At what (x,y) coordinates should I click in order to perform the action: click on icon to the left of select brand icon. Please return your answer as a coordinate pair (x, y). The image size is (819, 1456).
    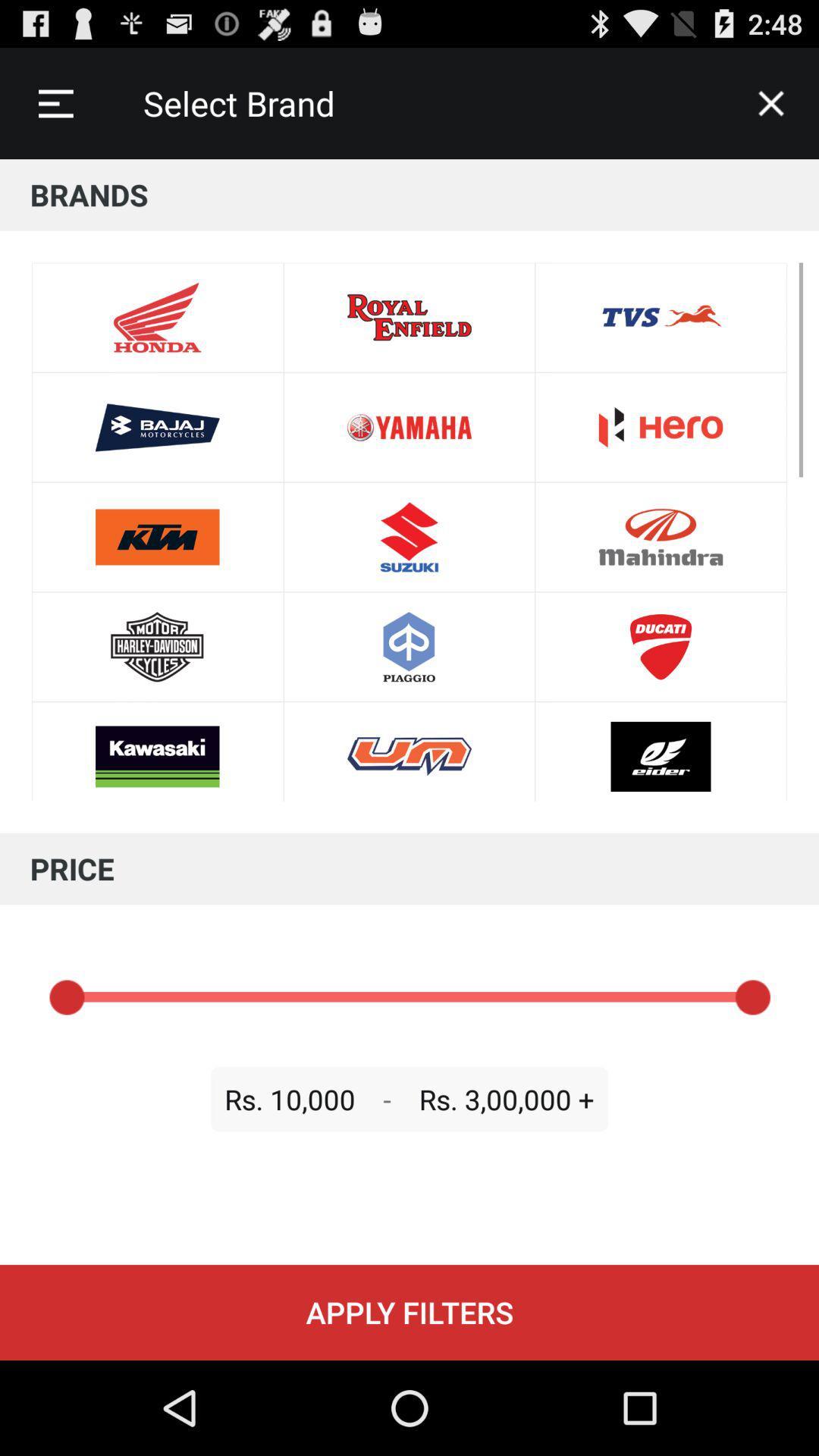
    Looking at the image, I should click on (55, 102).